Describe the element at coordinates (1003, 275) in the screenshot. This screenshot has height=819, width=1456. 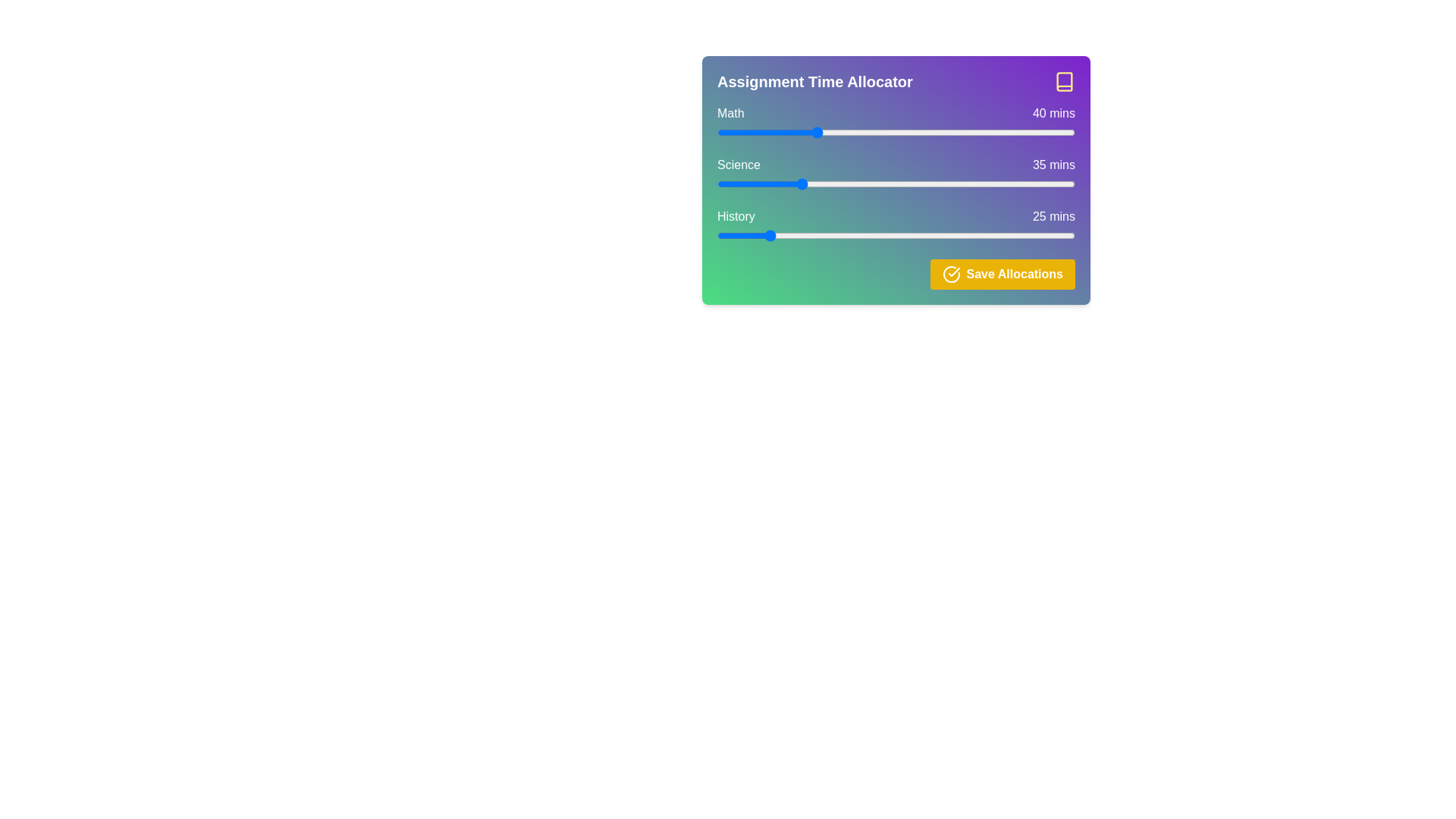
I see `the 'Save Allocations' button located at the bottom-right corner of the 'Assignment Time Allocator' card` at that location.